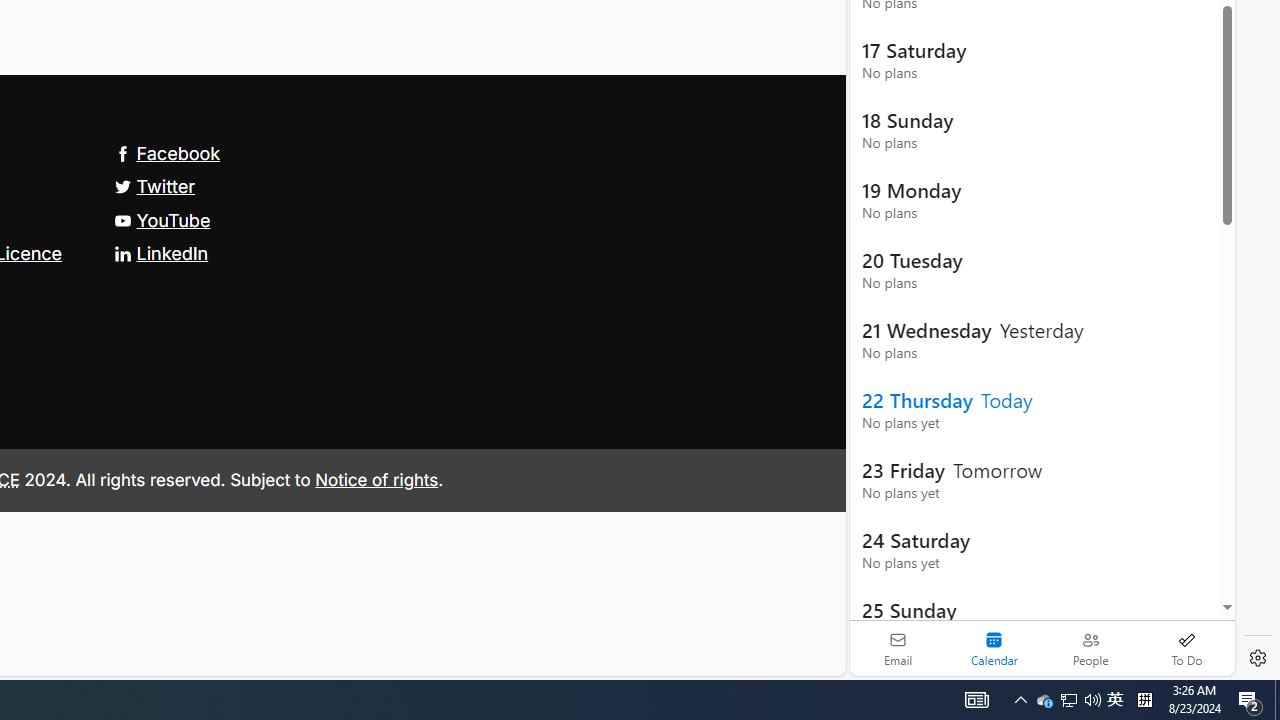 The image size is (1280, 720). What do you see at coordinates (897, 648) in the screenshot?
I see `'Email'` at bounding box center [897, 648].